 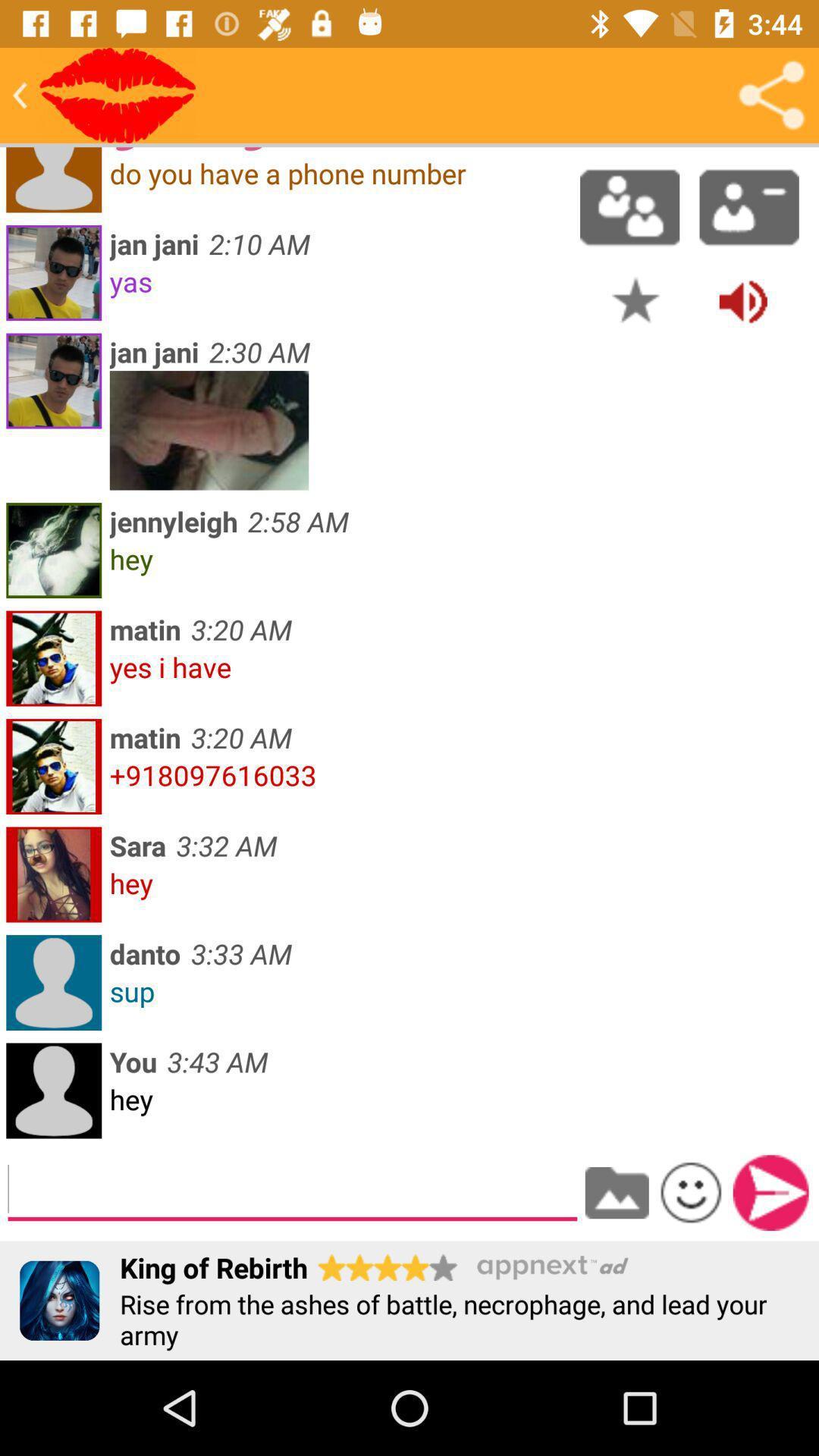 What do you see at coordinates (629, 206) in the screenshot?
I see `group dialog` at bounding box center [629, 206].